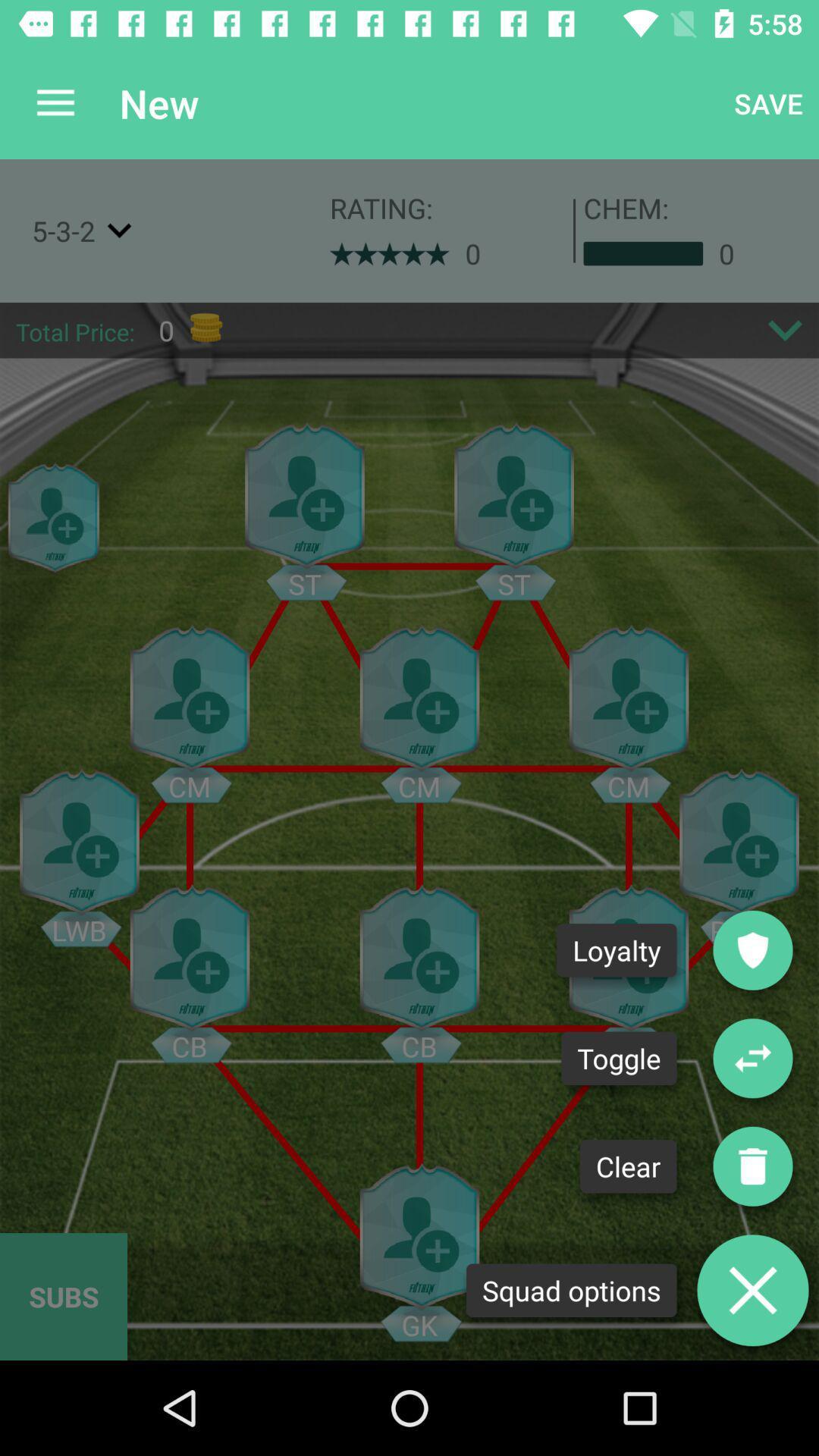 The height and width of the screenshot is (1456, 819). Describe the element at coordinates (752, 1289) in the screenshot. I see `menu` at that location.